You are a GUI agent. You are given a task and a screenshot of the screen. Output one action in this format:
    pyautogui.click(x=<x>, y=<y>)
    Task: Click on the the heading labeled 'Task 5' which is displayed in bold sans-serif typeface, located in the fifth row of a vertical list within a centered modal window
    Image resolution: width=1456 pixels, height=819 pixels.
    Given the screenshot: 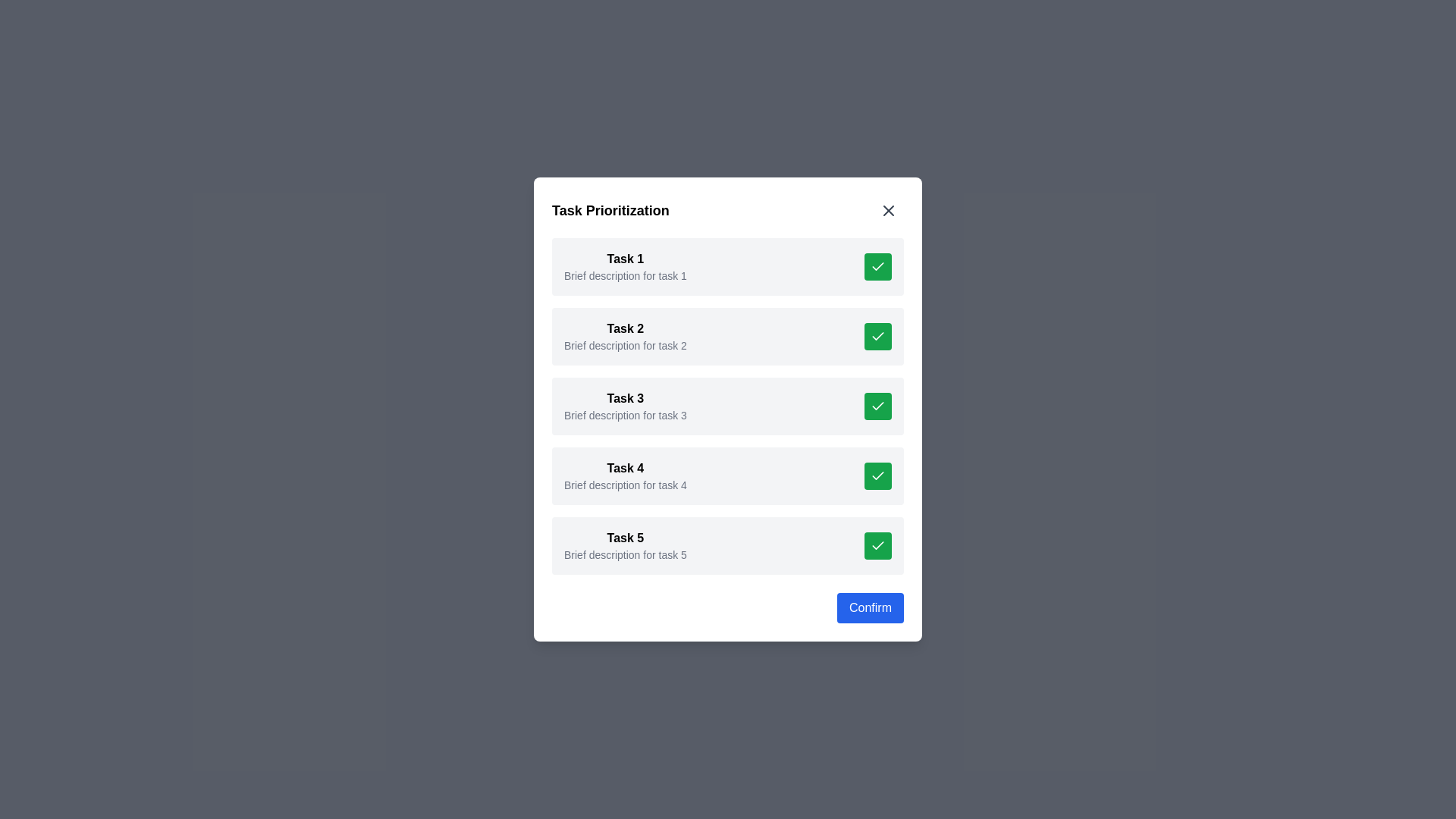 What is the action you would take?
    pyautogui.click(x=626, y=537)
    